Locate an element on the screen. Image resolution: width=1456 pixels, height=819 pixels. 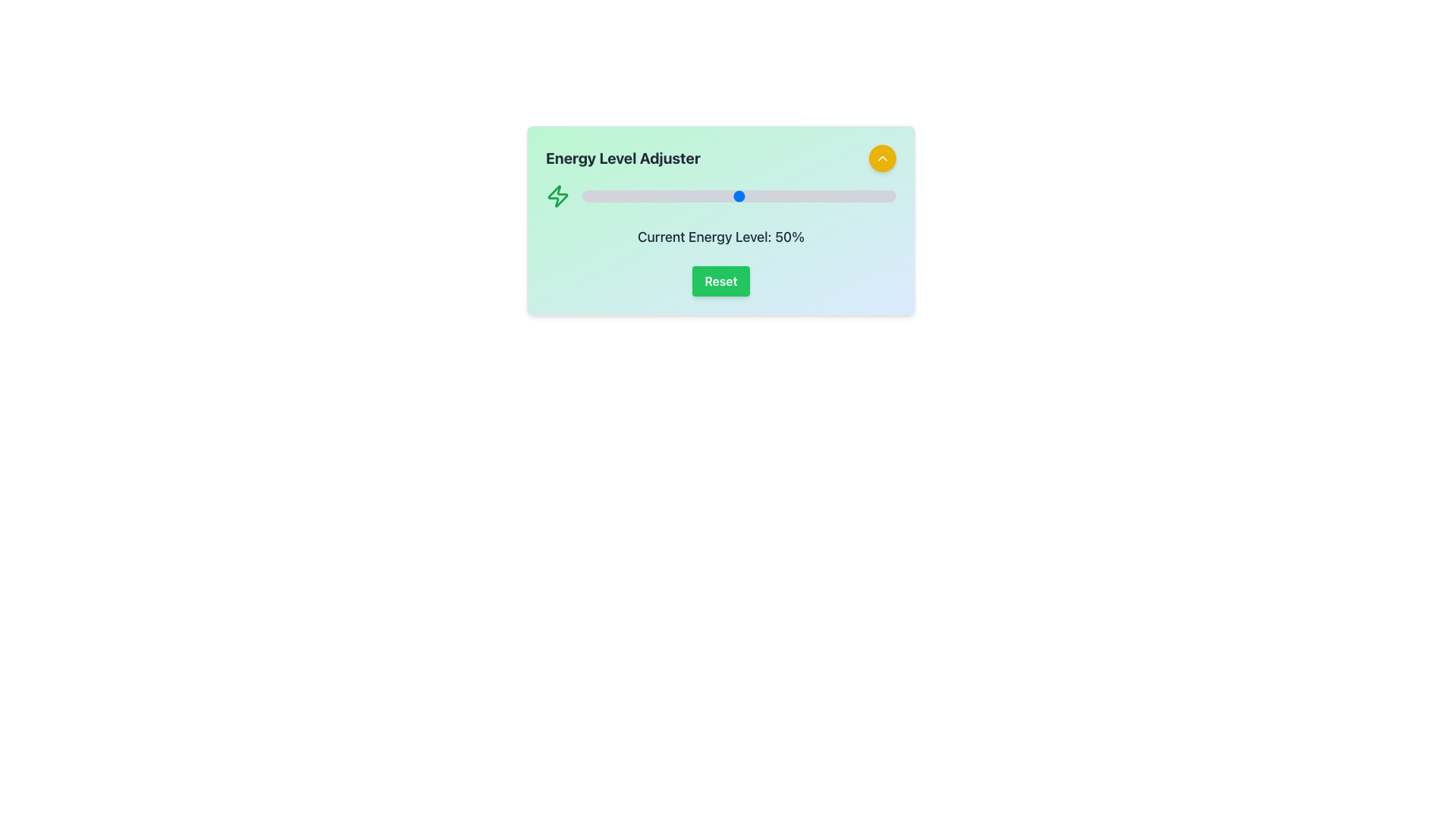
the energy level is located at coordinates (698, 195).